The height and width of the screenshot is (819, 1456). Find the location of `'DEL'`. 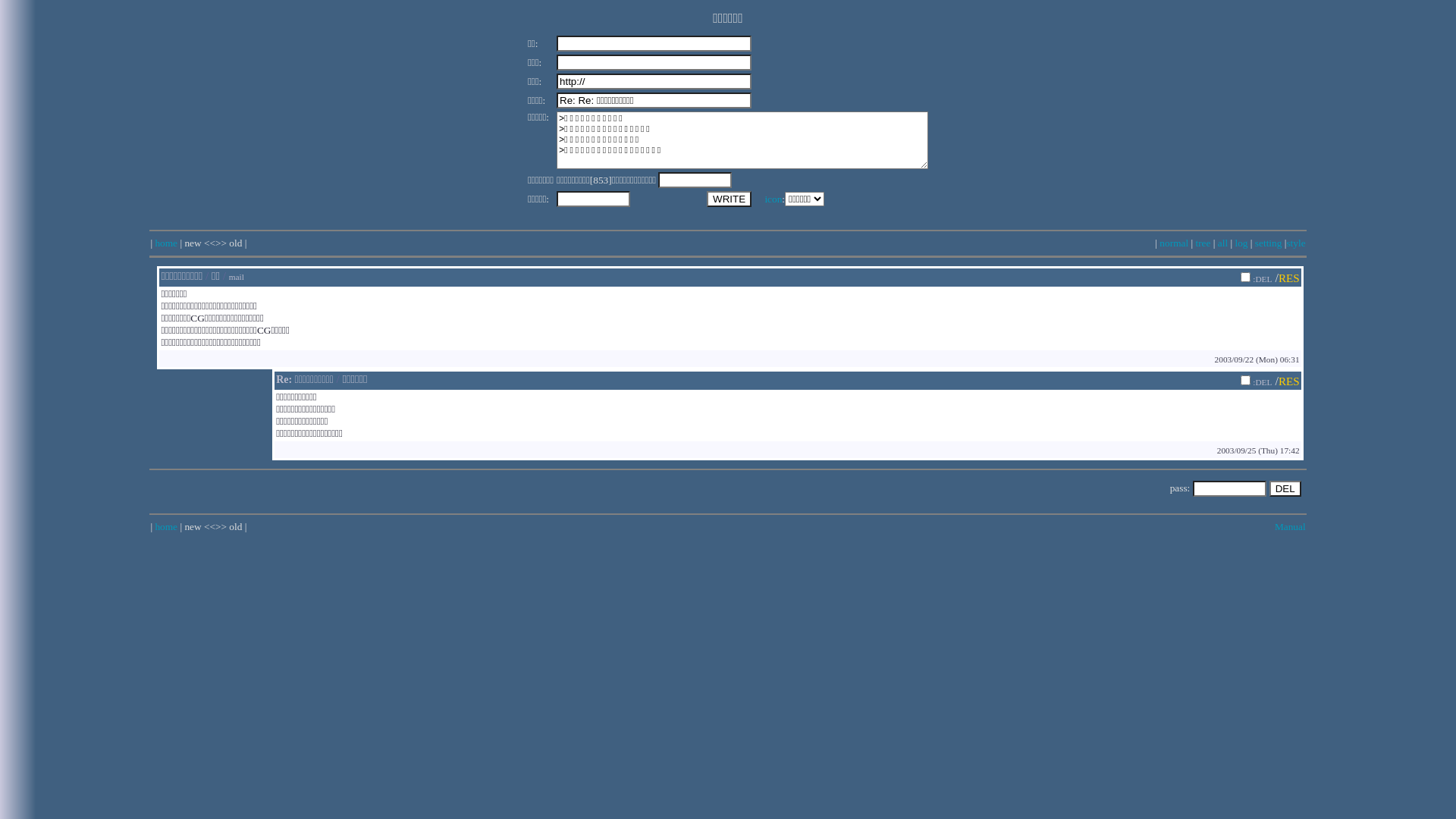

'DEL' is located at coordinates (1269, 488).